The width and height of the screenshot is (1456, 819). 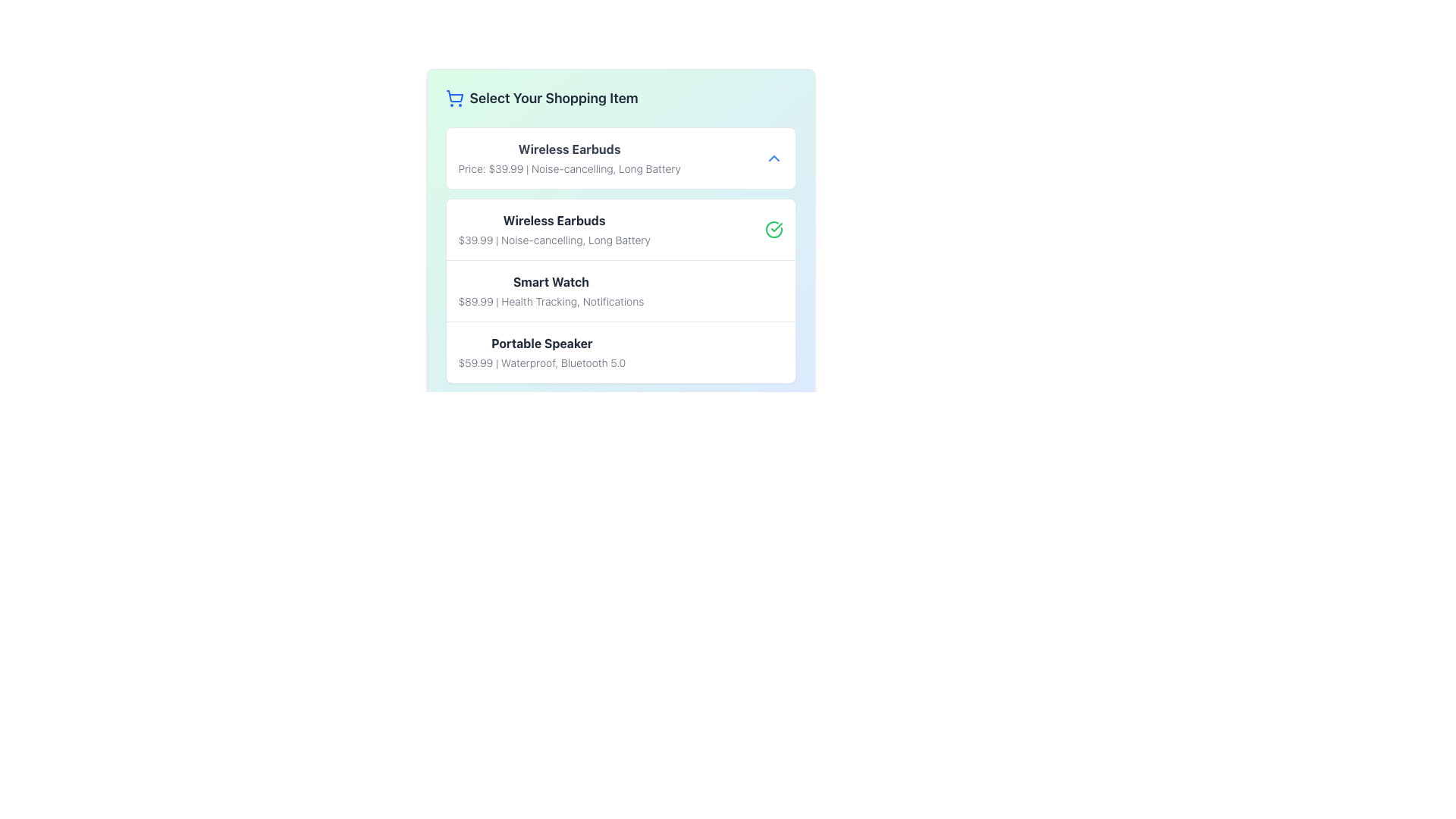 I want to click on the 'Wireless Earbuds' text label at the top of the shopping item card, so click(x=569, y=149).